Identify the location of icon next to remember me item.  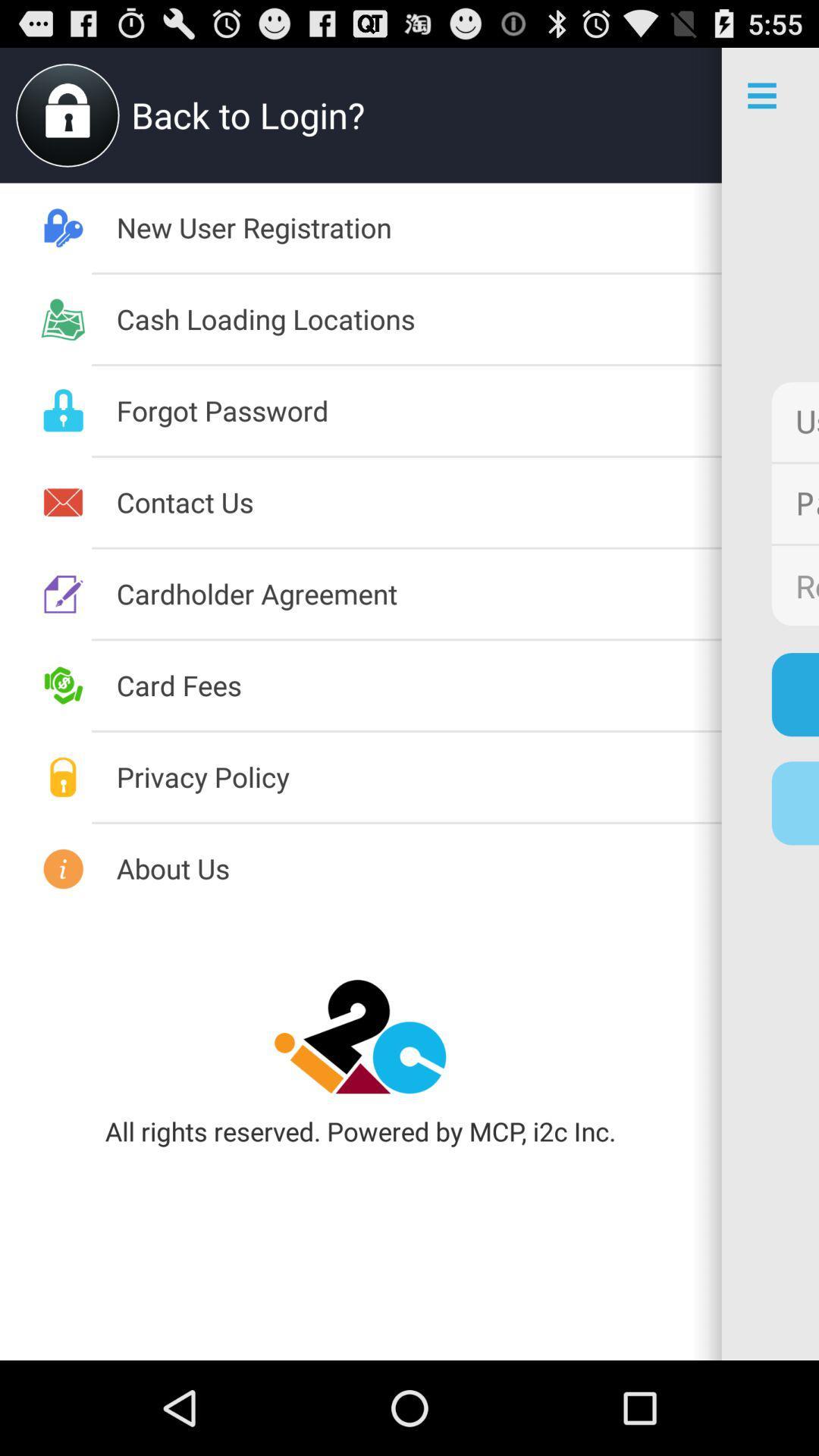
(419, 592).